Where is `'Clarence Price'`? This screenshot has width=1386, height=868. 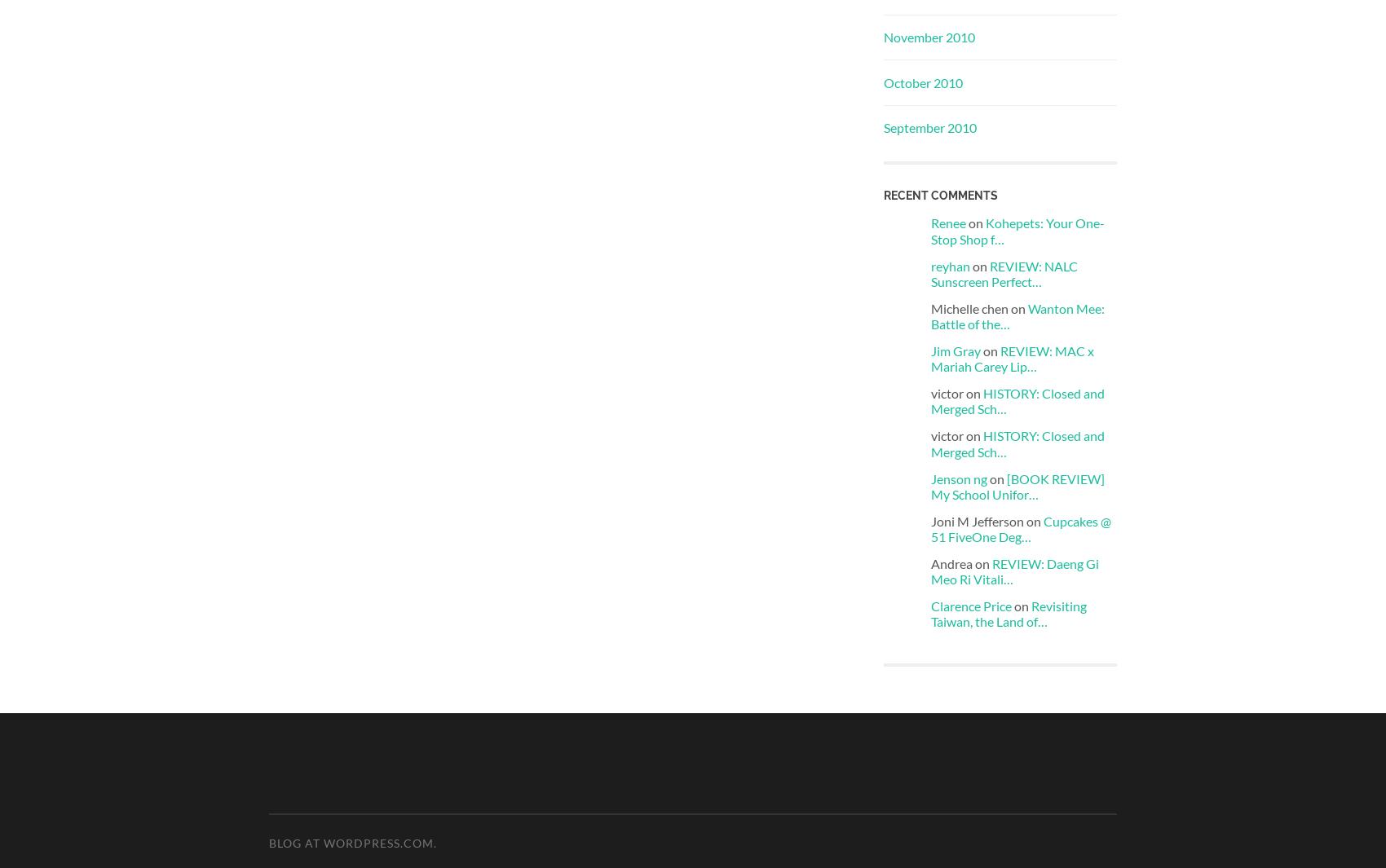
'Clarence Price' is located at coordinates (931, 606).